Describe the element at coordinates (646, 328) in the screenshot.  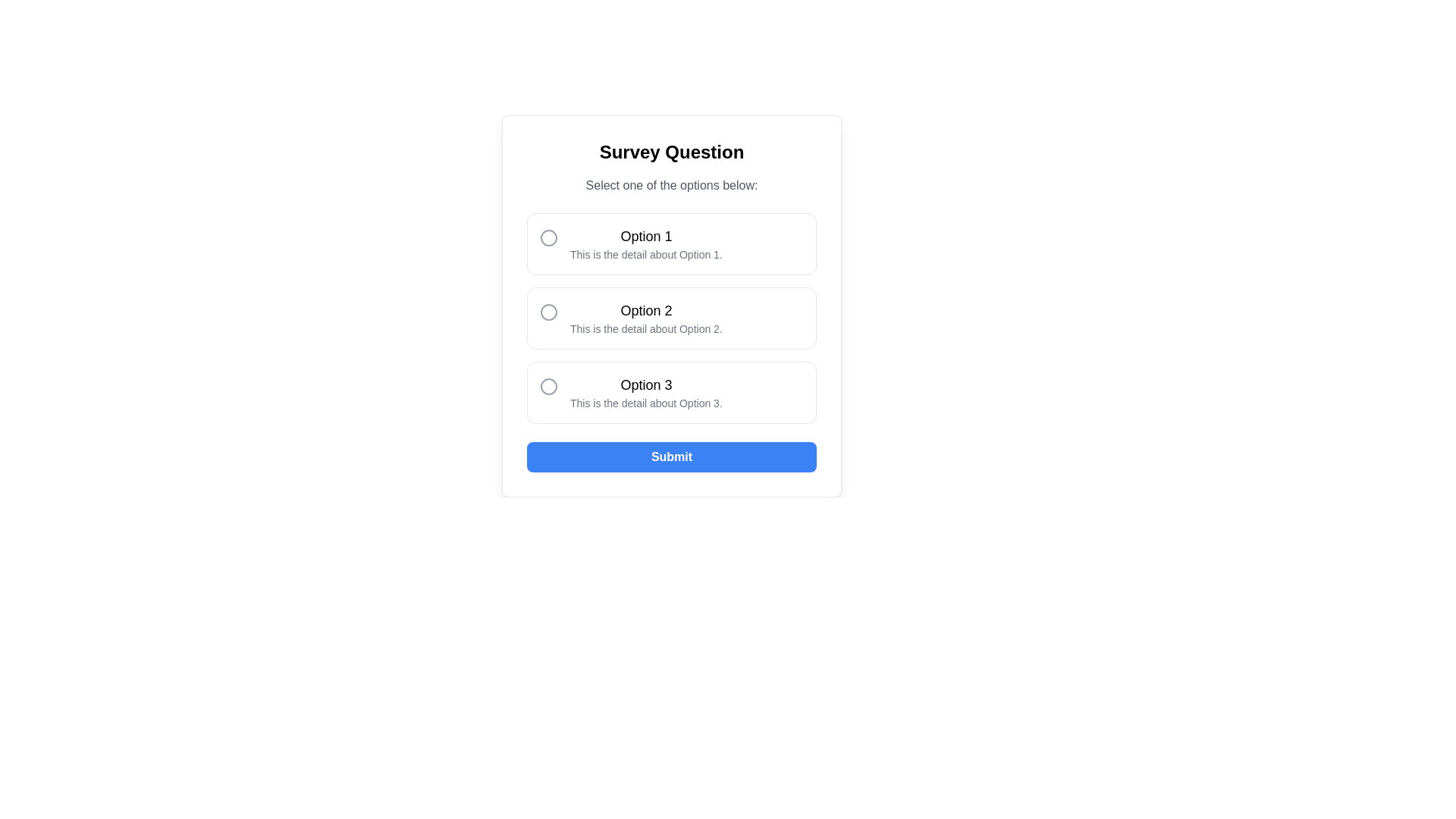
I see `the Text label providing additional information about Option 2 in the survey question, which is centered horizontally below 'Option 2'` at that location.